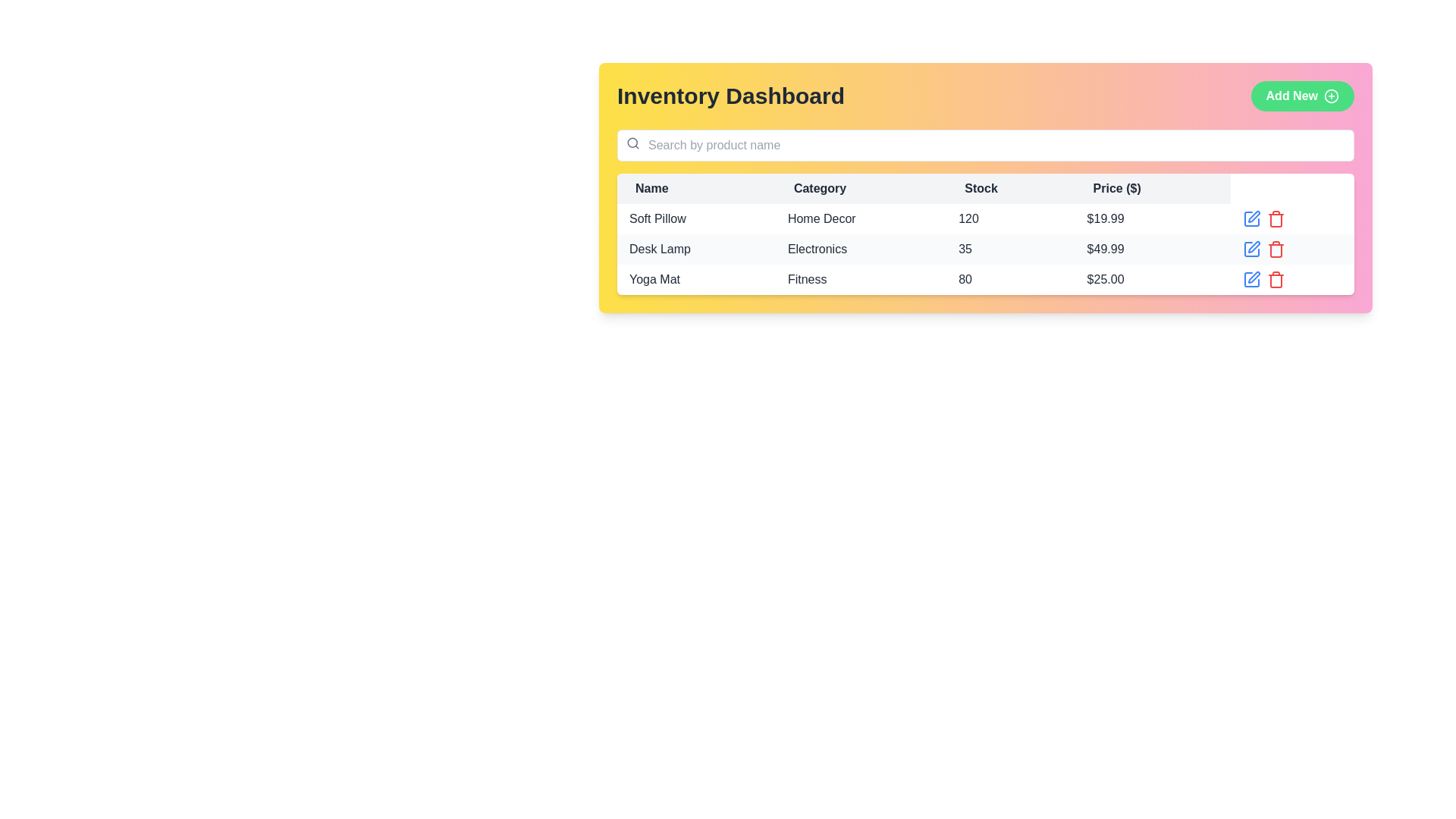  Describe the element at coordinates (1254, 278) in the screenshot. I see `the edit icon, which is a small blue pen icon located in the last column of the third row of the visible table` at that location.